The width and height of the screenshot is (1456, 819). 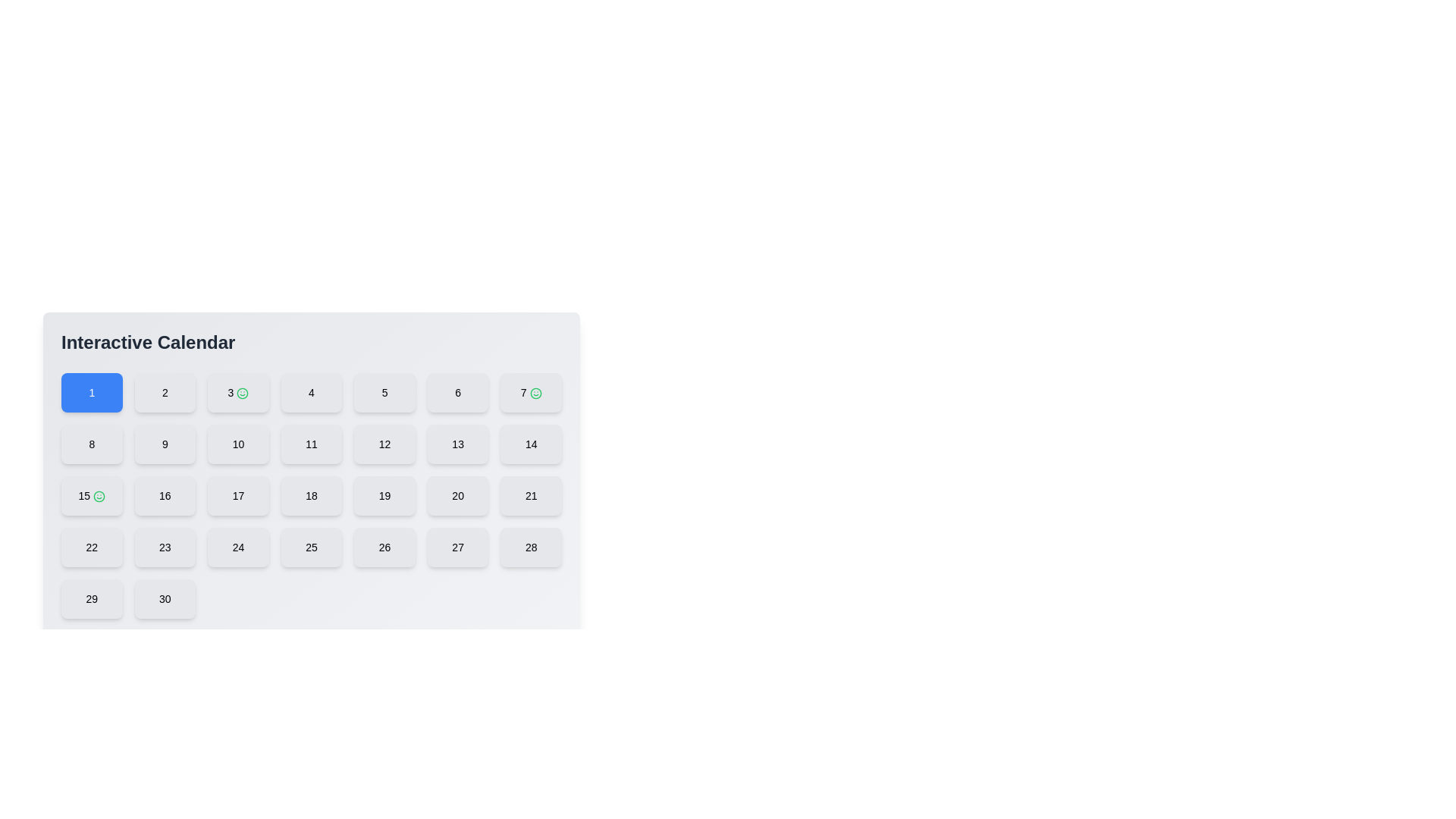 I want to click on the light gray button labeled '19' in the calendar grid, so click(x=384, y=496).